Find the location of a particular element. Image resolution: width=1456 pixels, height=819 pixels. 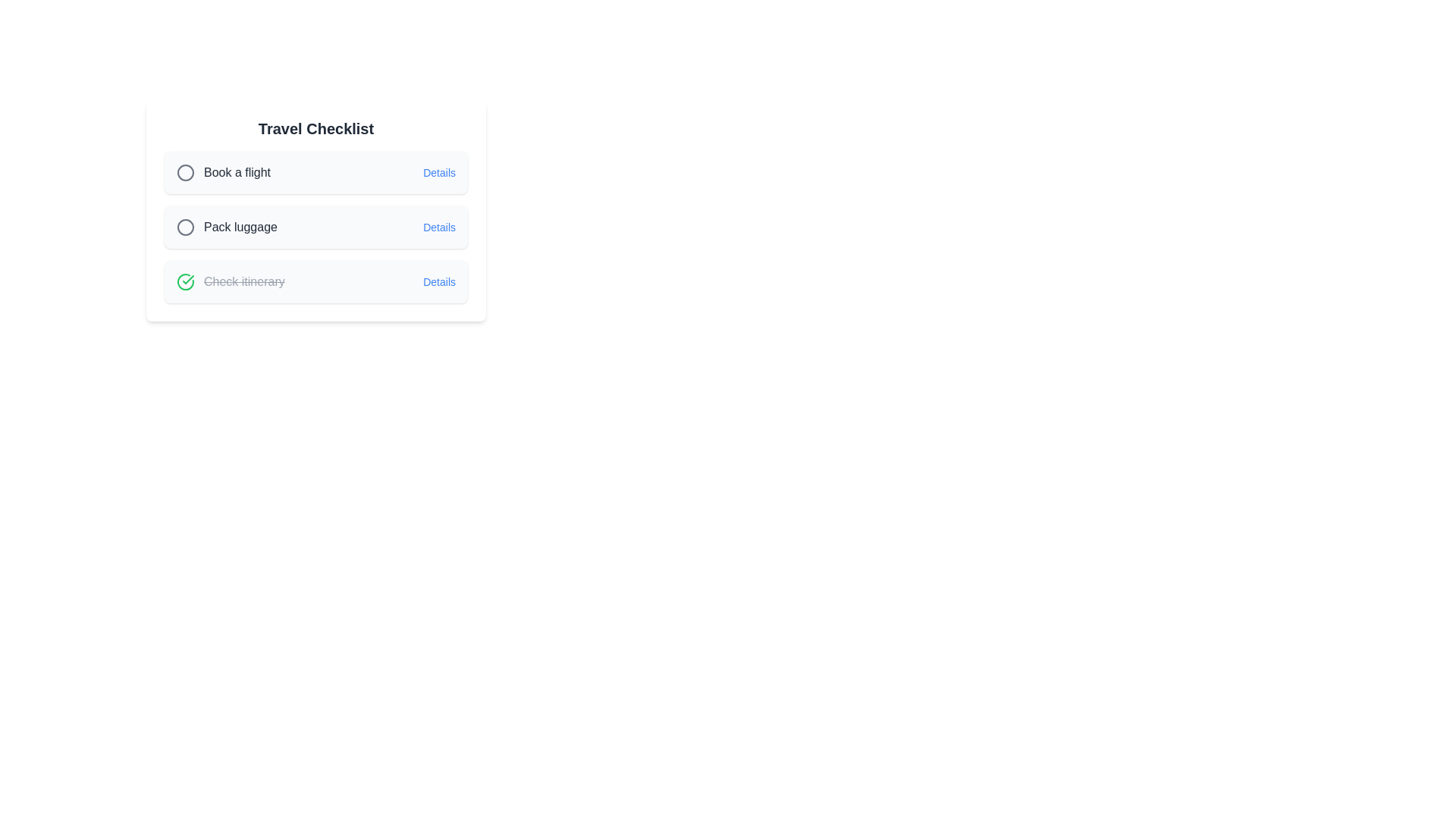

the second checklist task item under 'Travel Checklist', positioned below 'Book a flight' is located at coordinates (315, 210).